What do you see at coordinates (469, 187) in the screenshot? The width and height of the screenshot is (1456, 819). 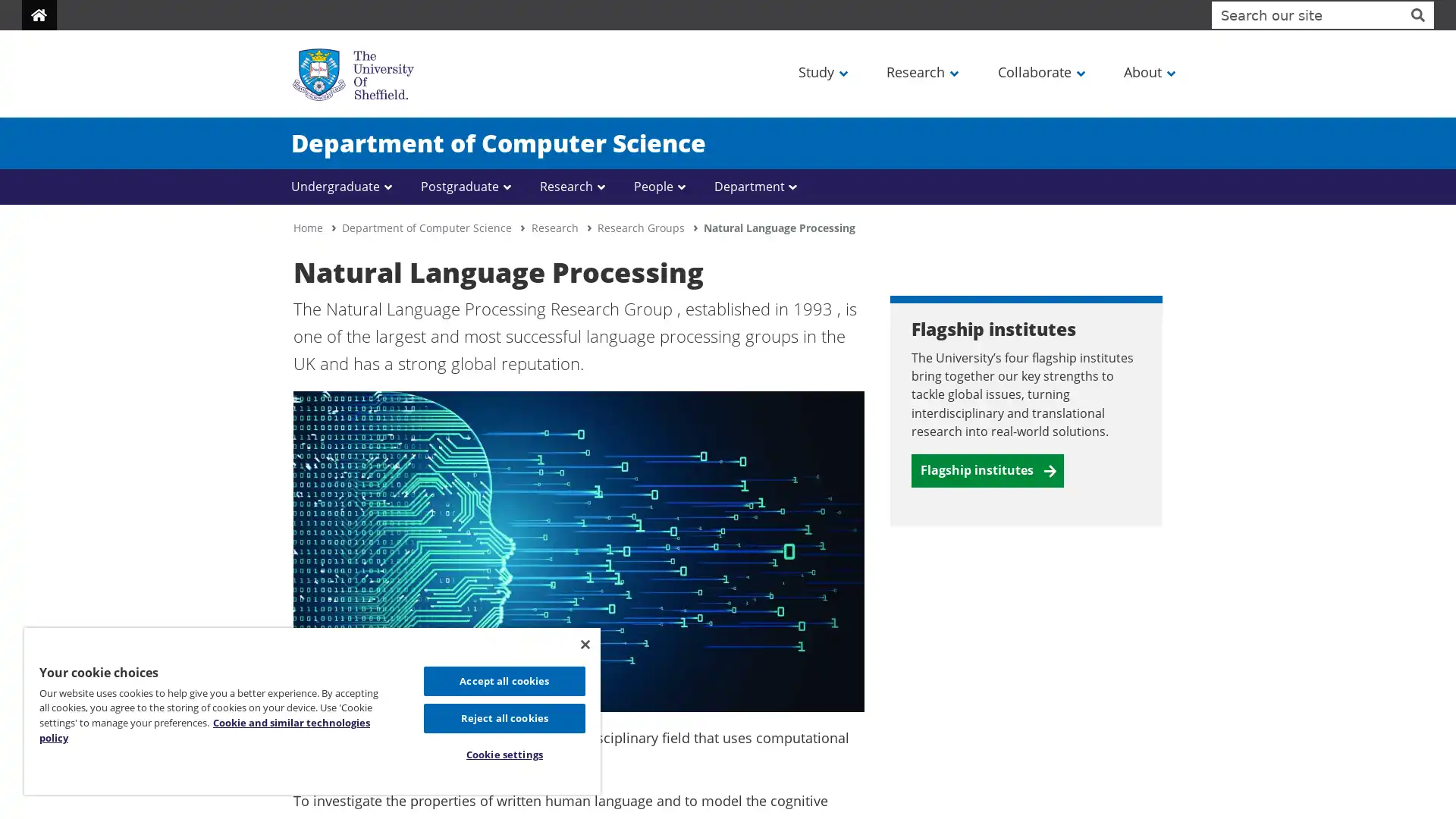 I see `Postgraduate` at bounding box center [469, 187].